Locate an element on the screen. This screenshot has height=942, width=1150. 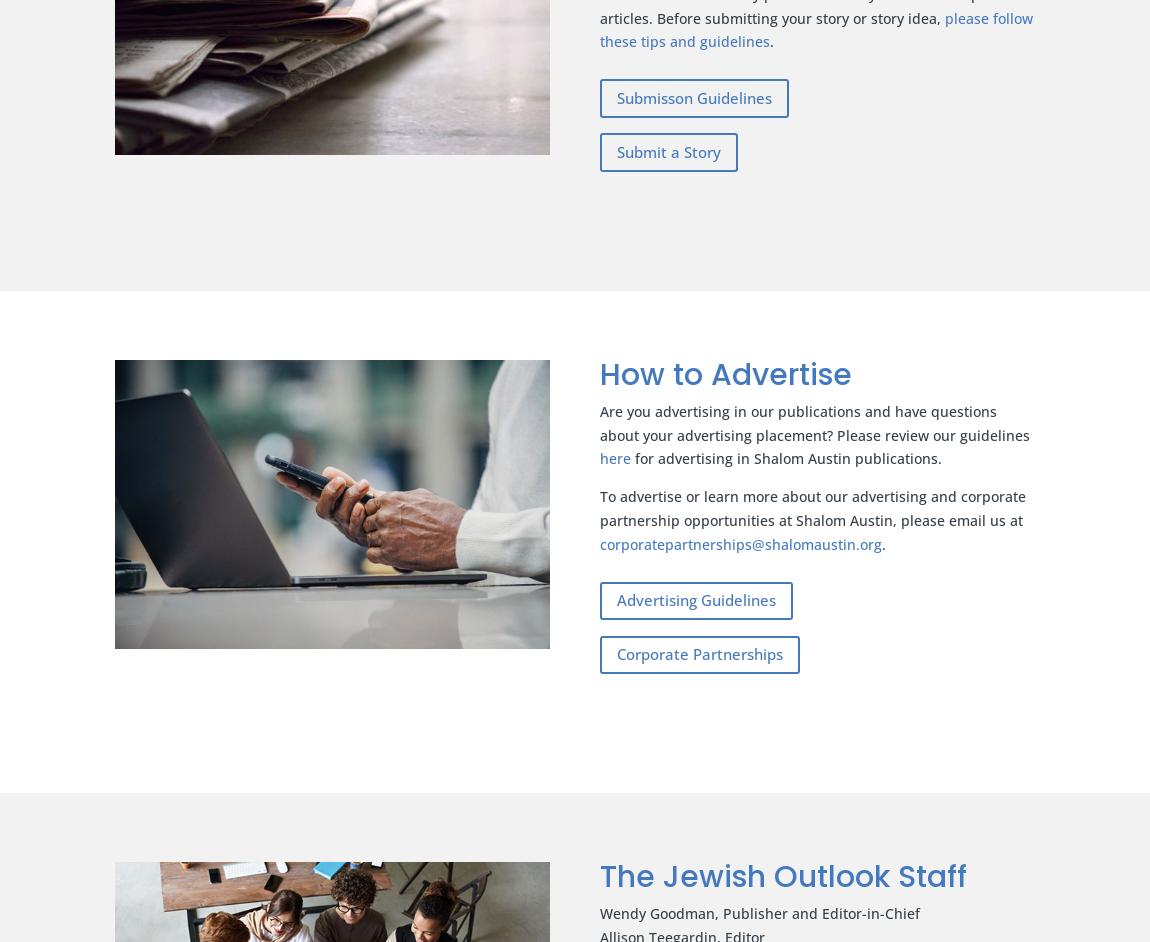
'corporatepartnerships@shalomaustin.org' is located at coordinates (598, 542).